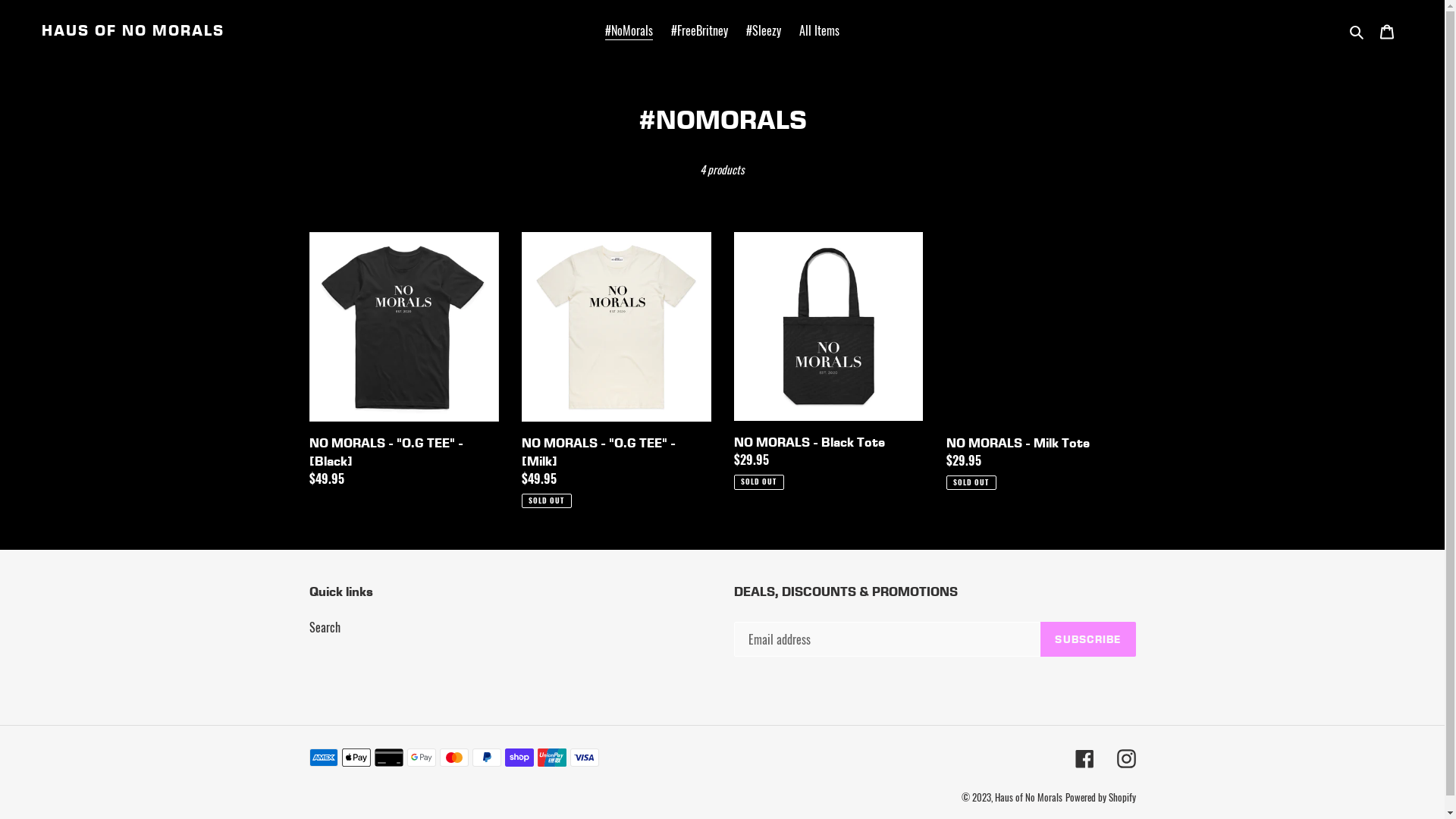  Describe the element at coordinates (1063, 795) in the screenshot. I see `'Powered by Shopify'` at that location.